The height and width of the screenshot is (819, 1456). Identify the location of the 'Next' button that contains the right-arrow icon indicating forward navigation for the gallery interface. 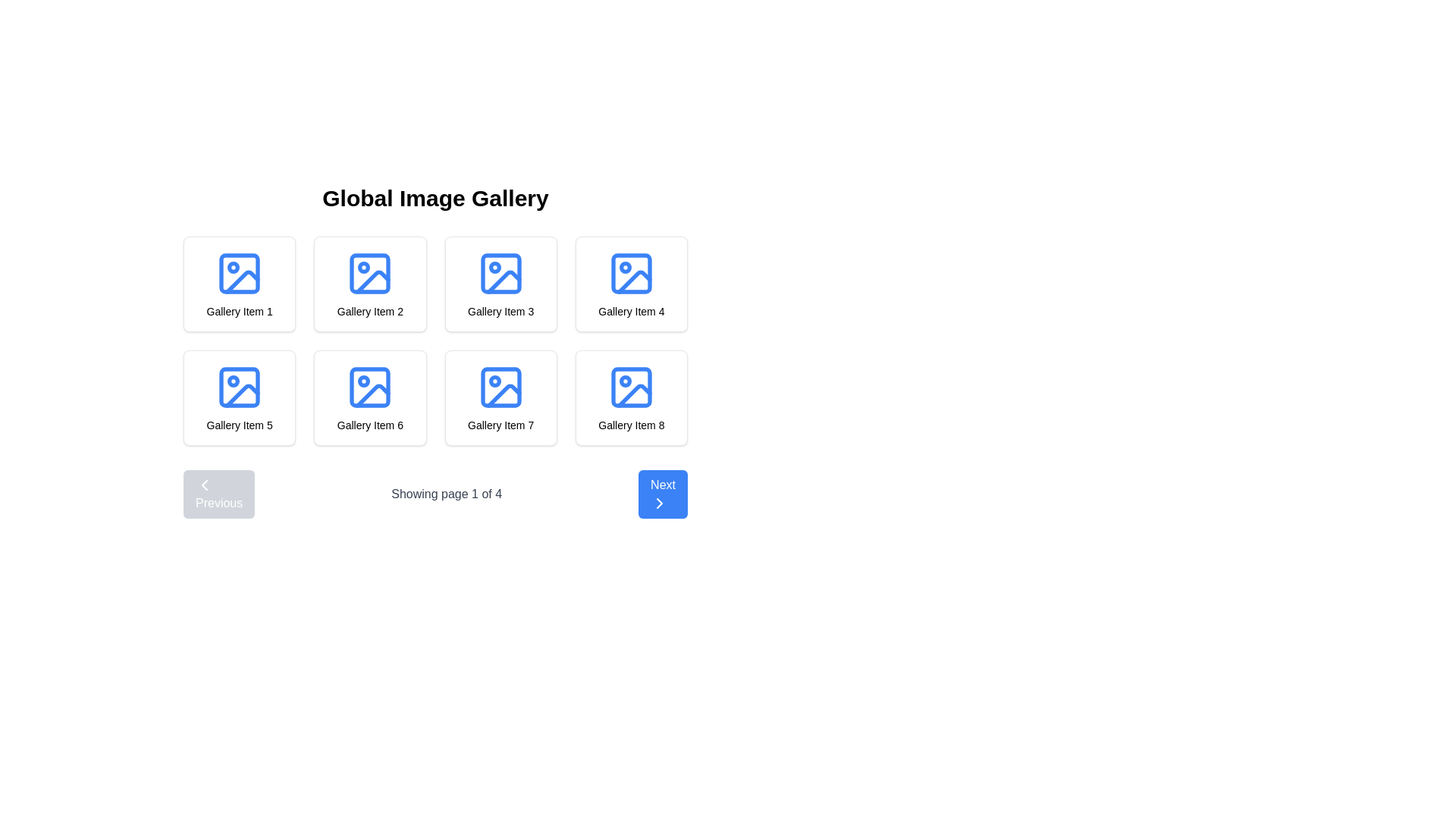
(660, 503).